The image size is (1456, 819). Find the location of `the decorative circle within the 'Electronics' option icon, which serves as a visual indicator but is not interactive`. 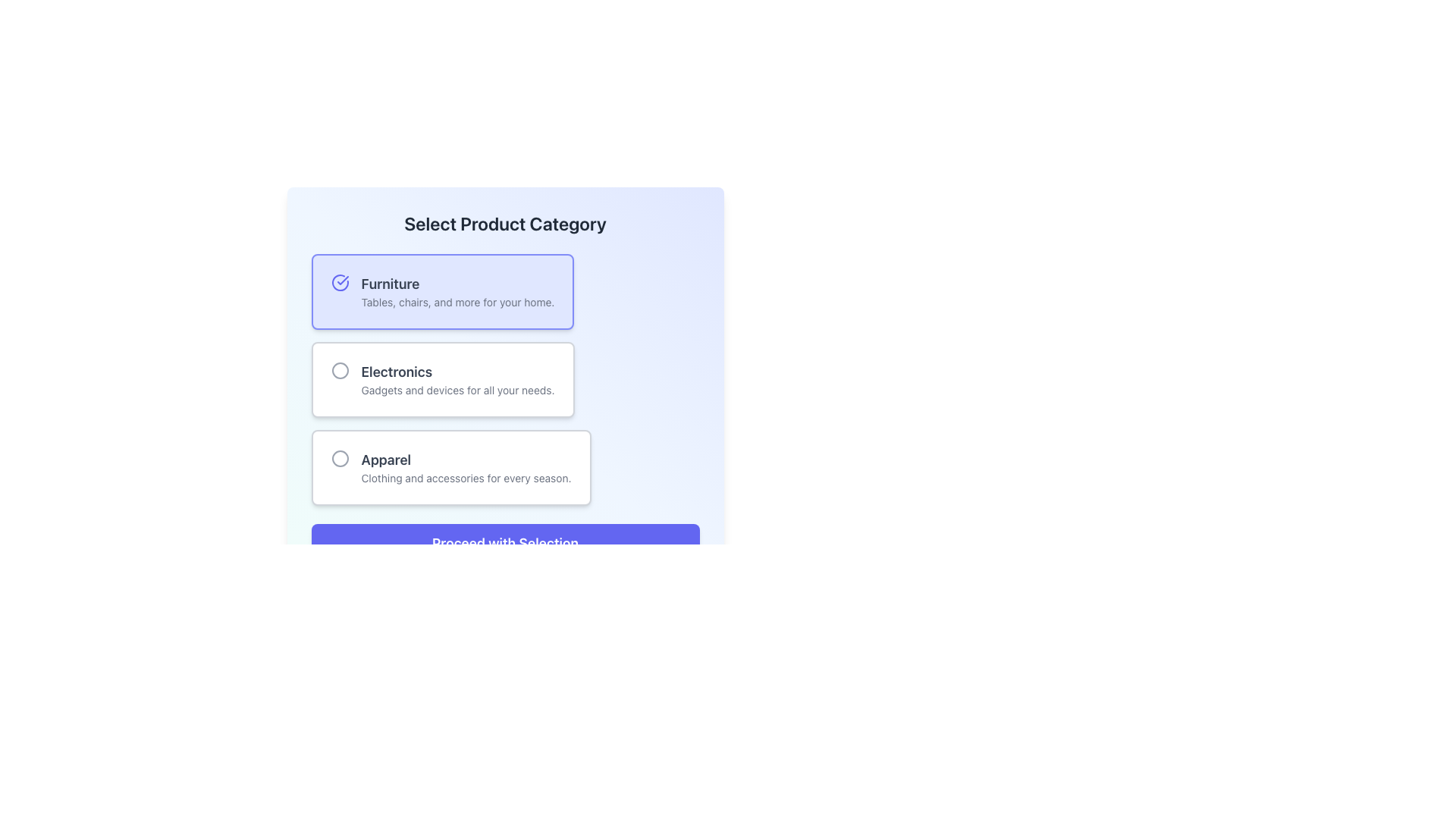

the decorative circle within the 'Electronics' option icon, which serves as a visual indicator but is not interactive is located at coordinates (339, 371).